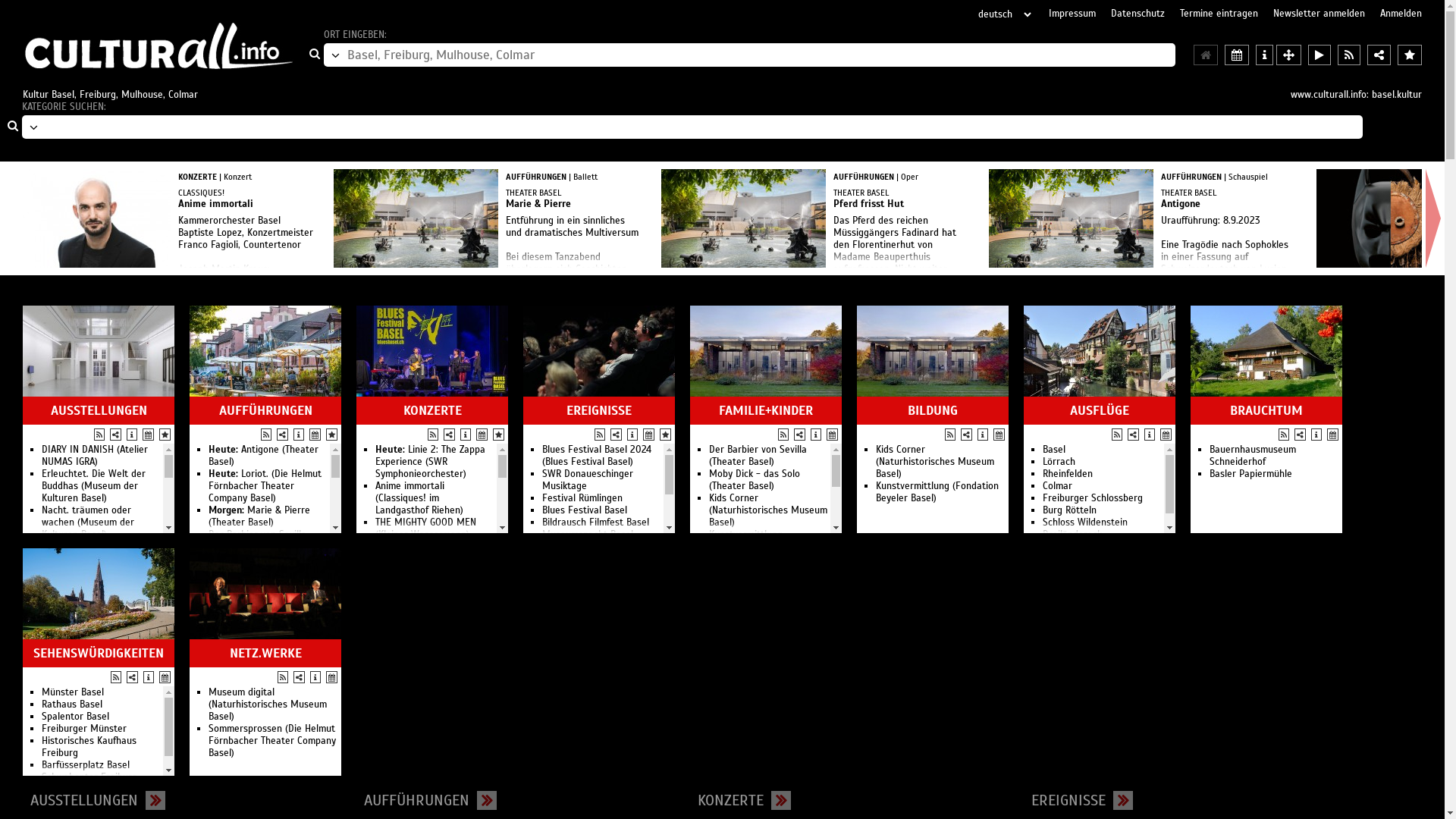 This screenshot has height=819, width=1456. I want to click on 'Morgen: Marie & Pierre (Theater Basel)', so click(259, 516).